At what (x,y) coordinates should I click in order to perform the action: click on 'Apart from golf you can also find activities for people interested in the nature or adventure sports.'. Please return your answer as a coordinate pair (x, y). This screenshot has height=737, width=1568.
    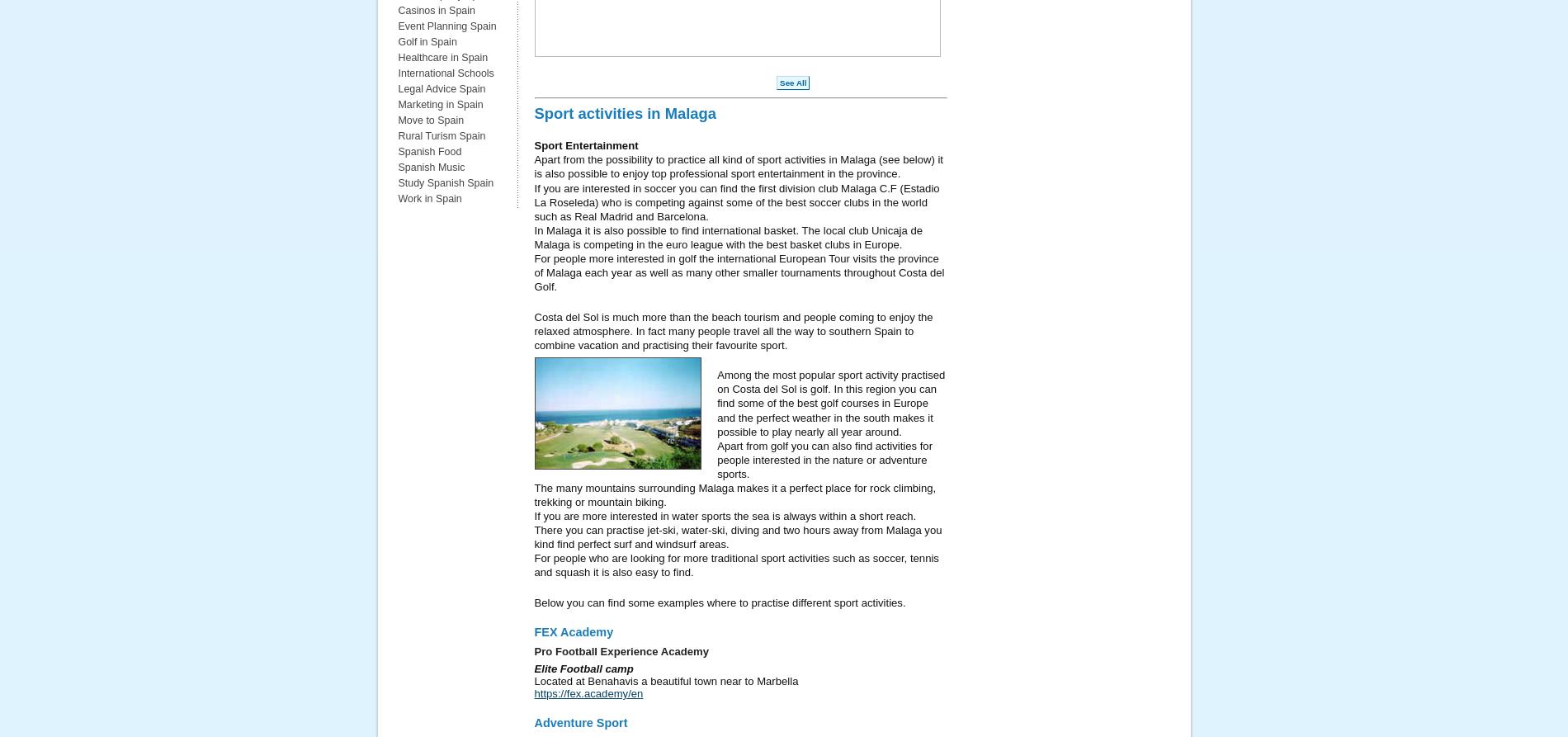
    Looking at the image, I should click on (824, 458).